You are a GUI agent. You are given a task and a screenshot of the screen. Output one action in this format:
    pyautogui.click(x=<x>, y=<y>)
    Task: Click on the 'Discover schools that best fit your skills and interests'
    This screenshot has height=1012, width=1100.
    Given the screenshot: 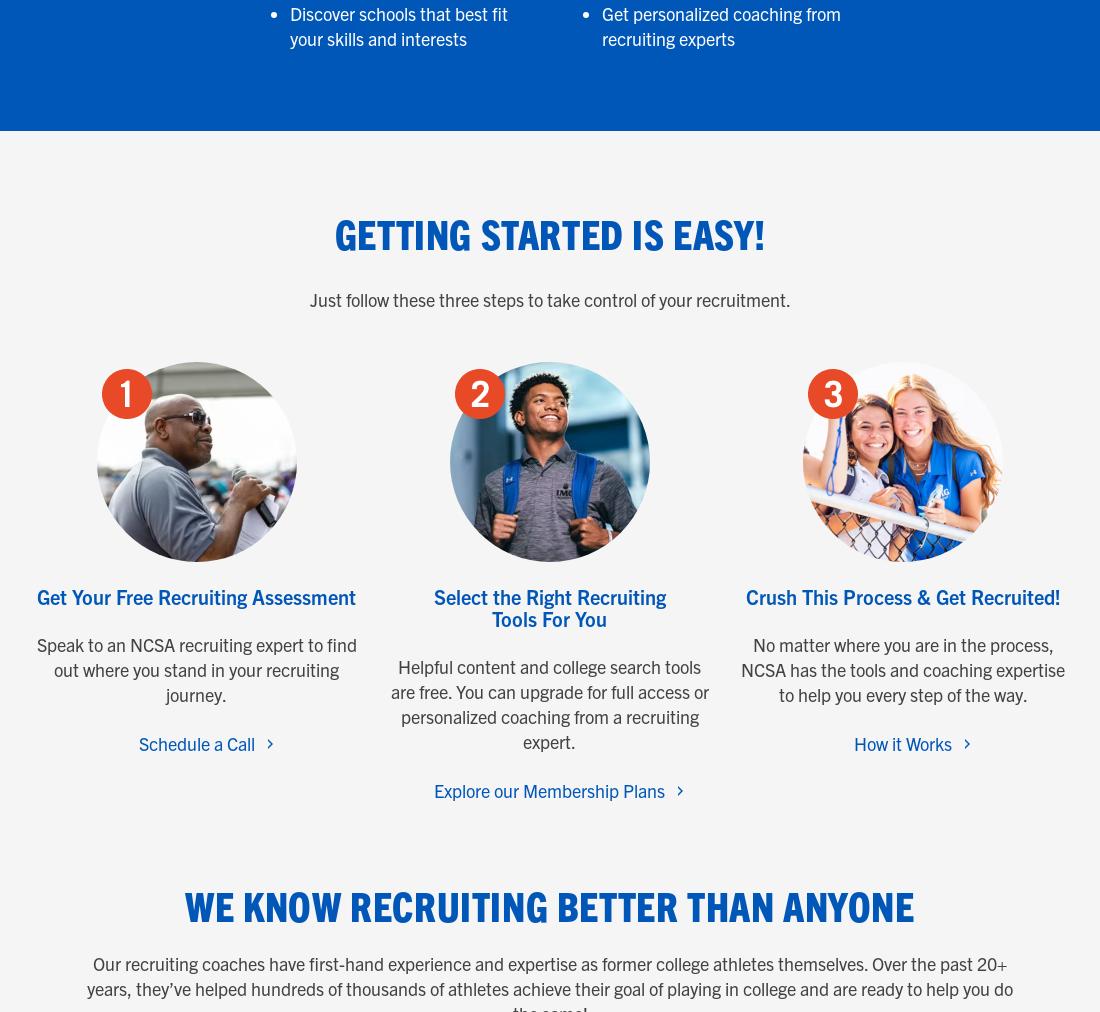 What is the action you would take?
    pyautogui.click(x=288, y=25)
    